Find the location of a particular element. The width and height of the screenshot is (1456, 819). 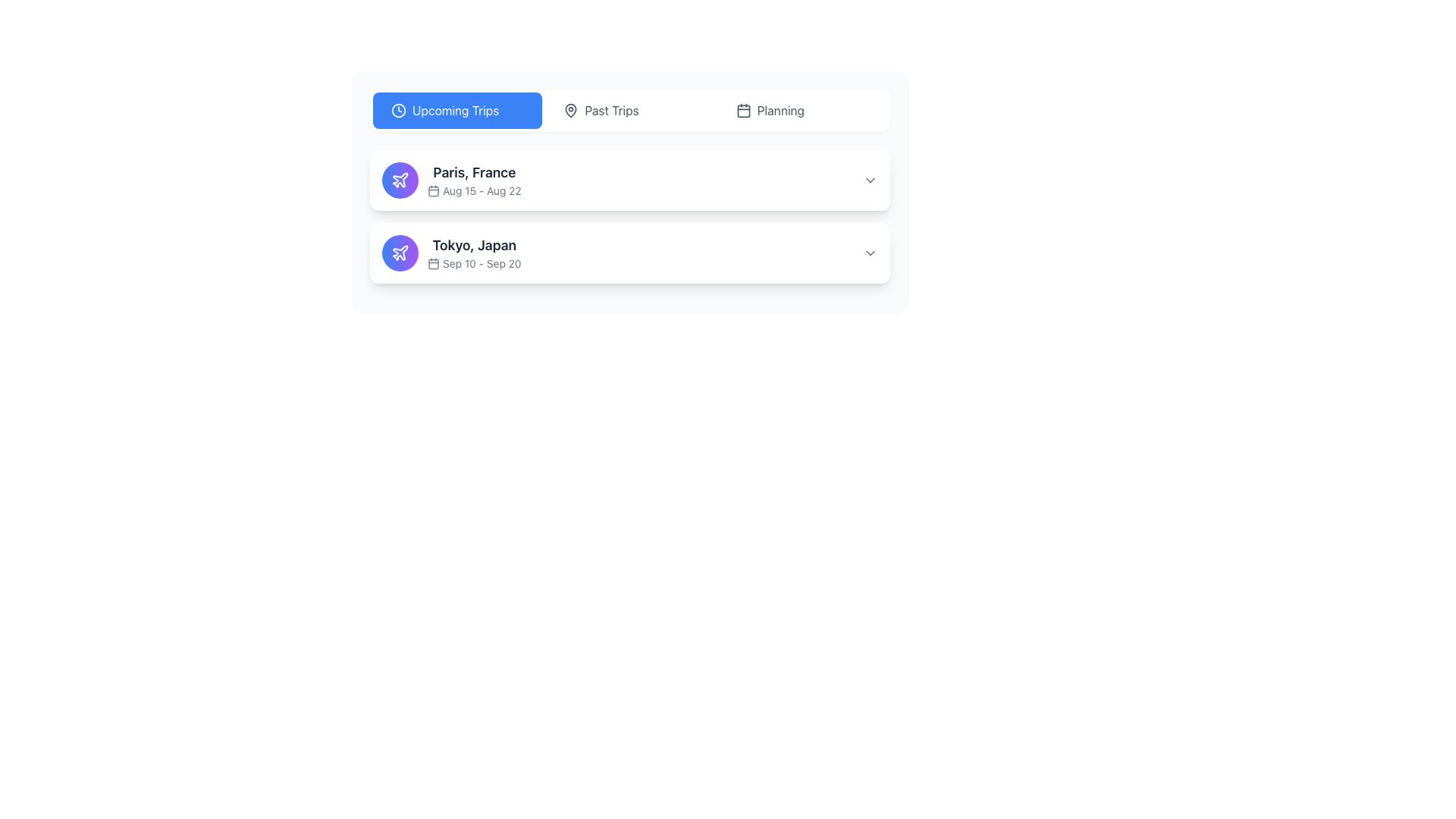

the clock icon, which is a minimalist design with a blue background, positioned to the left of the 'Upcoming Trips' label is located at coordinates (399, 110).